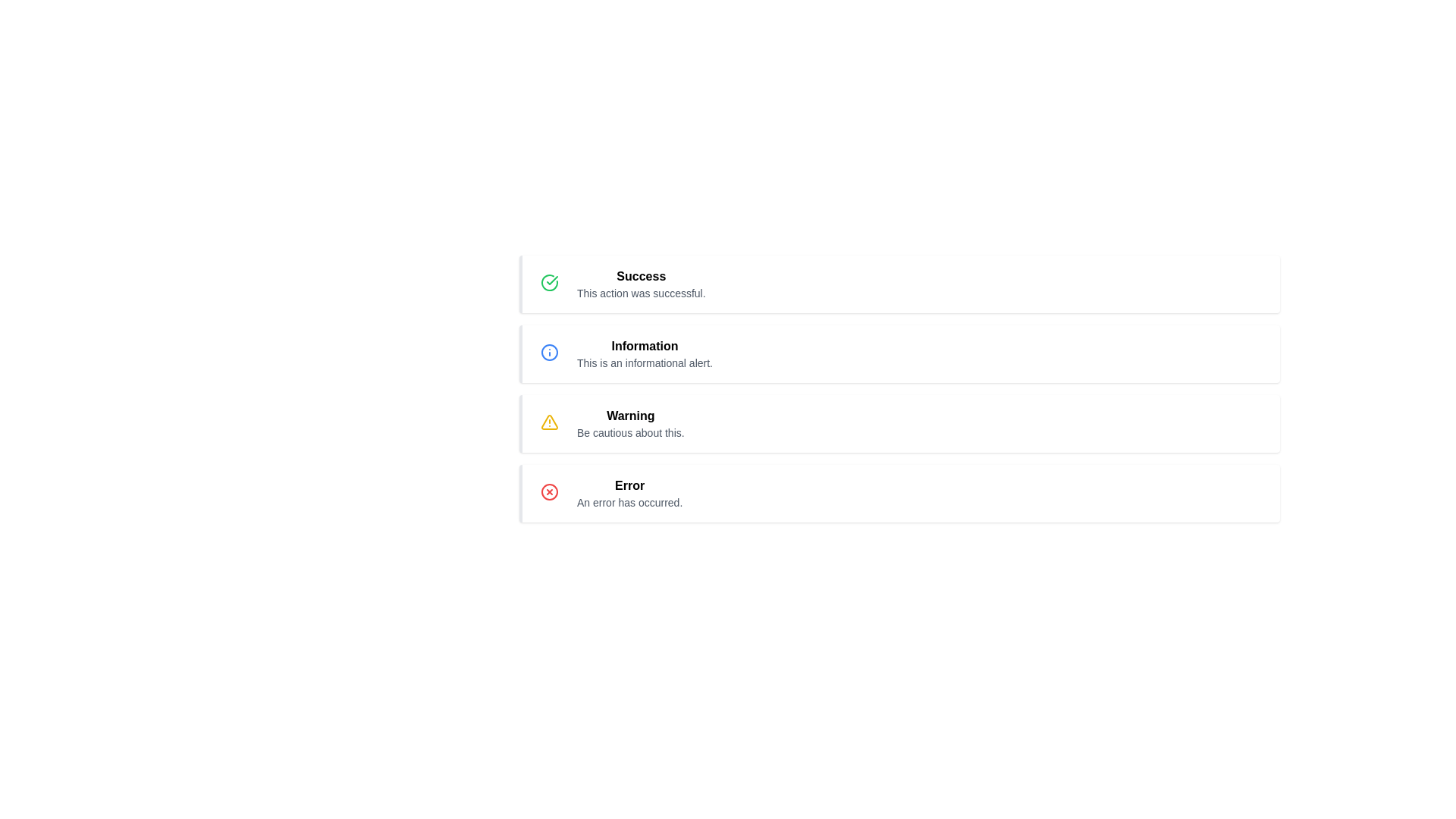 The width and height of the screenshot is (1456, 819). Describe the element at coordinates (548, 283) in the screenshot. I see `the circular check icon filled with light green color, which symbolizes success and is located leftmost in the first row of alert items, preceding the 'Success' text` at that location.